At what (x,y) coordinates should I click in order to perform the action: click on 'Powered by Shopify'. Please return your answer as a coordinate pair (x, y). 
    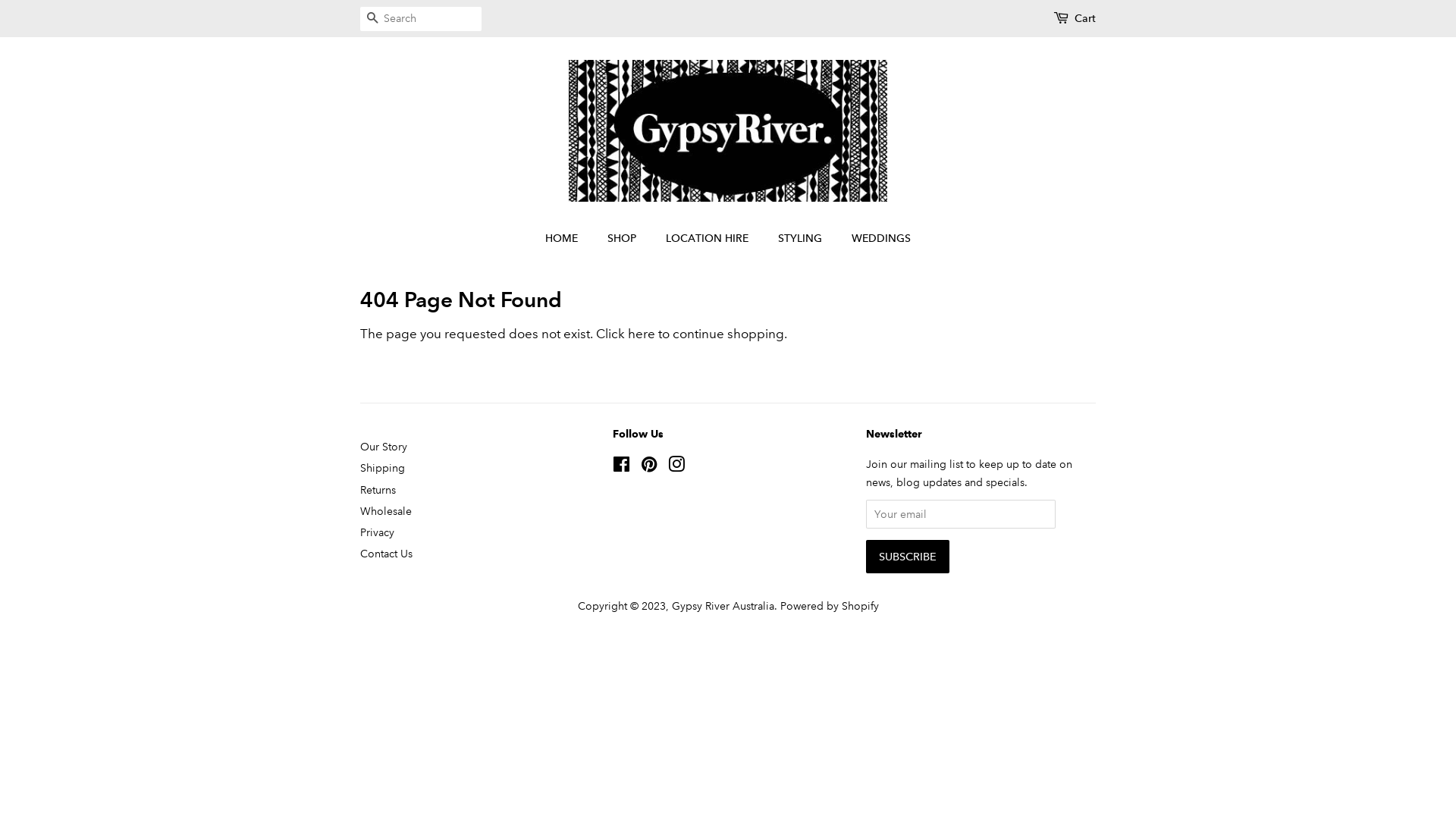
    Looking at the image, I should click on (828, 604).